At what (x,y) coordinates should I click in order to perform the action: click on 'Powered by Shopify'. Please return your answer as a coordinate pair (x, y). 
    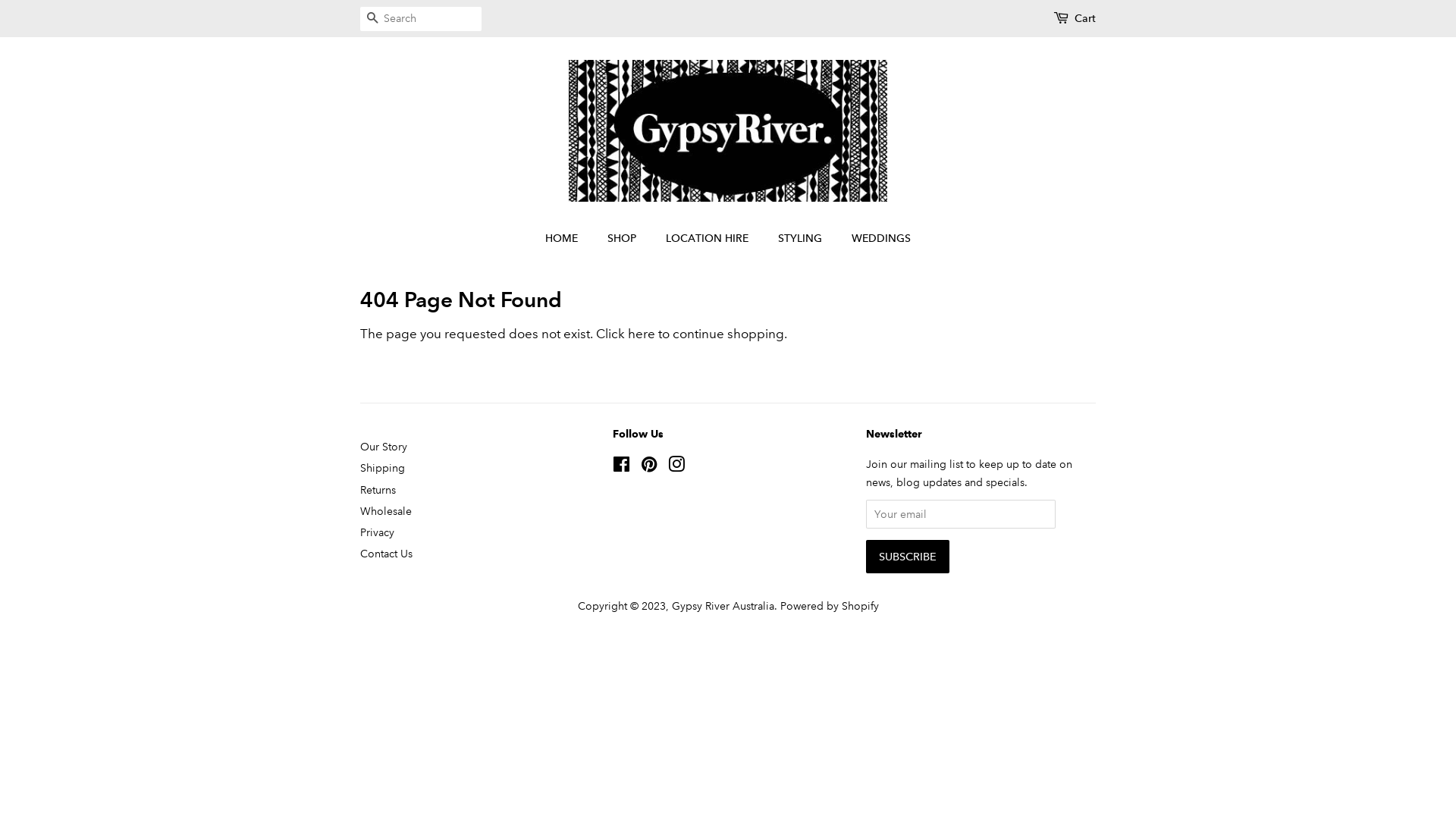
    Looking at the image, I should click on (828, 604).